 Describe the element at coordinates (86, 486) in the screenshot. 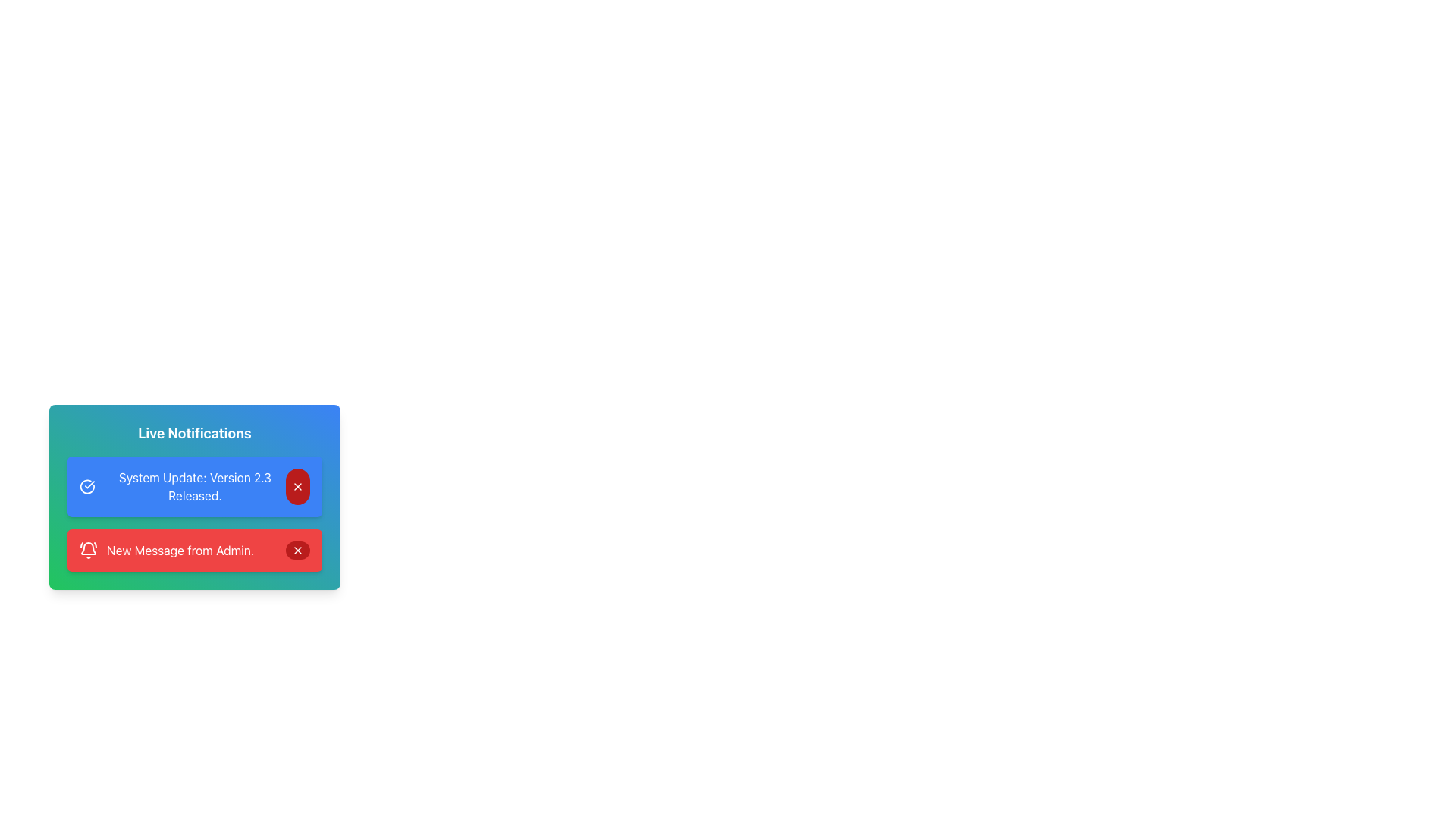

I see `the Decorative icon, a circular white check mark inside a circle, located to the far left of the notification titled 'System Update: Version 2.3 Released.'` at that location.